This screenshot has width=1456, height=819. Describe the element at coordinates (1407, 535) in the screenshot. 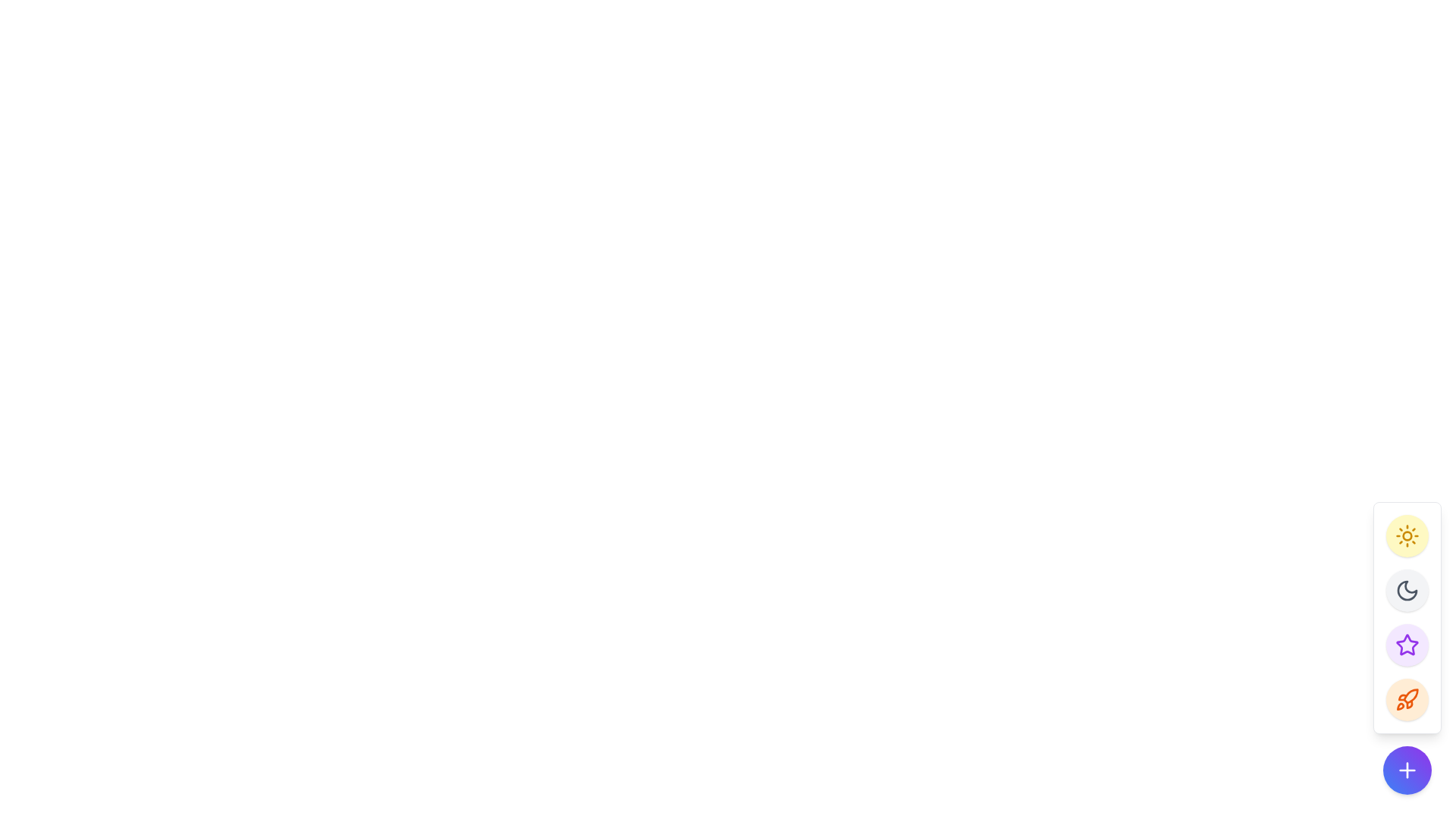

I see `the topmost circular button with a sun icon and a yellow background in the vertical menu of buttons located at the bottom-right edge of the interface` at that location.